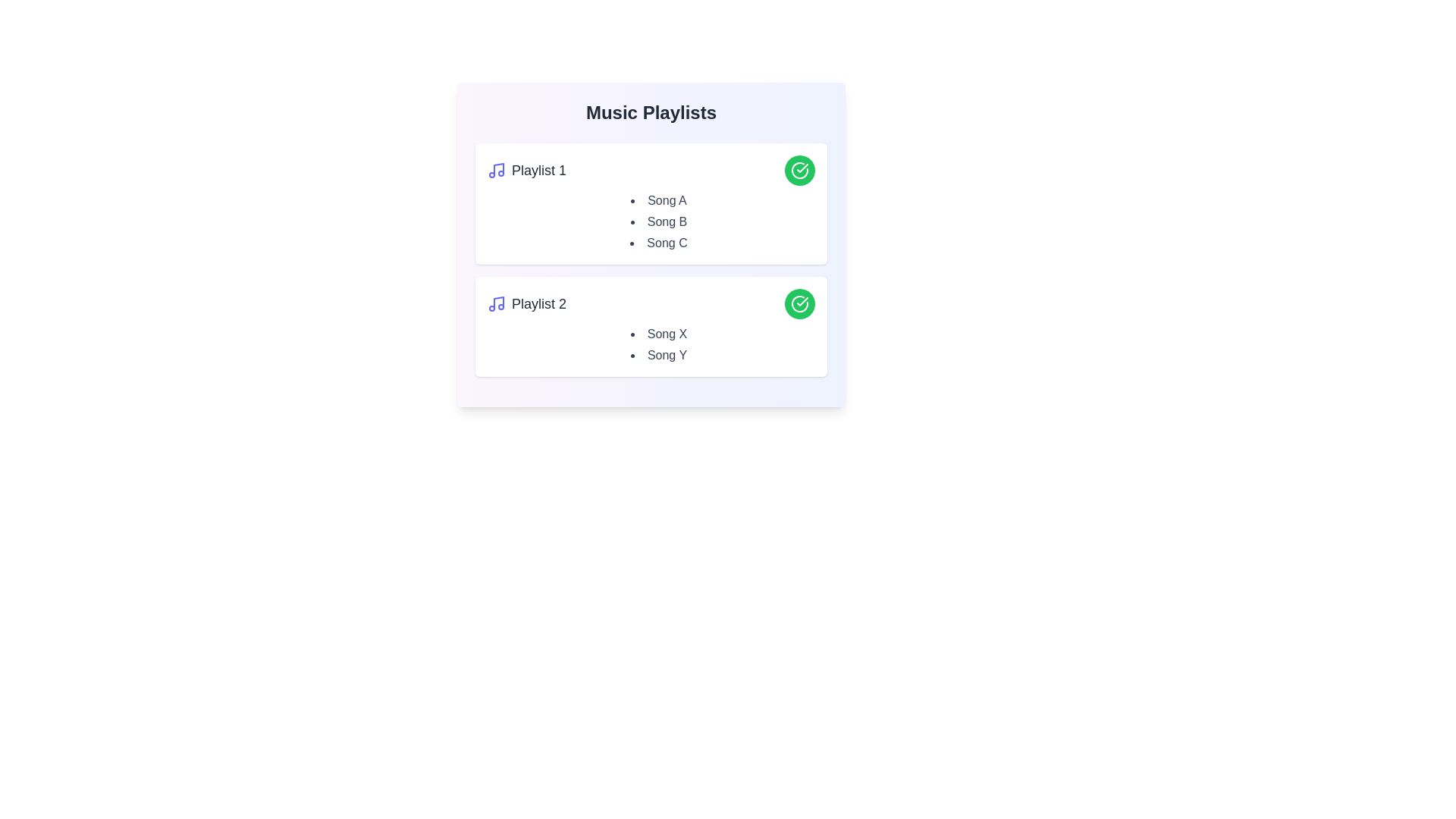 Image resolution: width=1456 pixels, height=819 pixels. Describe the element at coordinates (799, 170) in the screenshot. I see `the green circle button to toggle the 'liked' state of the playlist` at that location.